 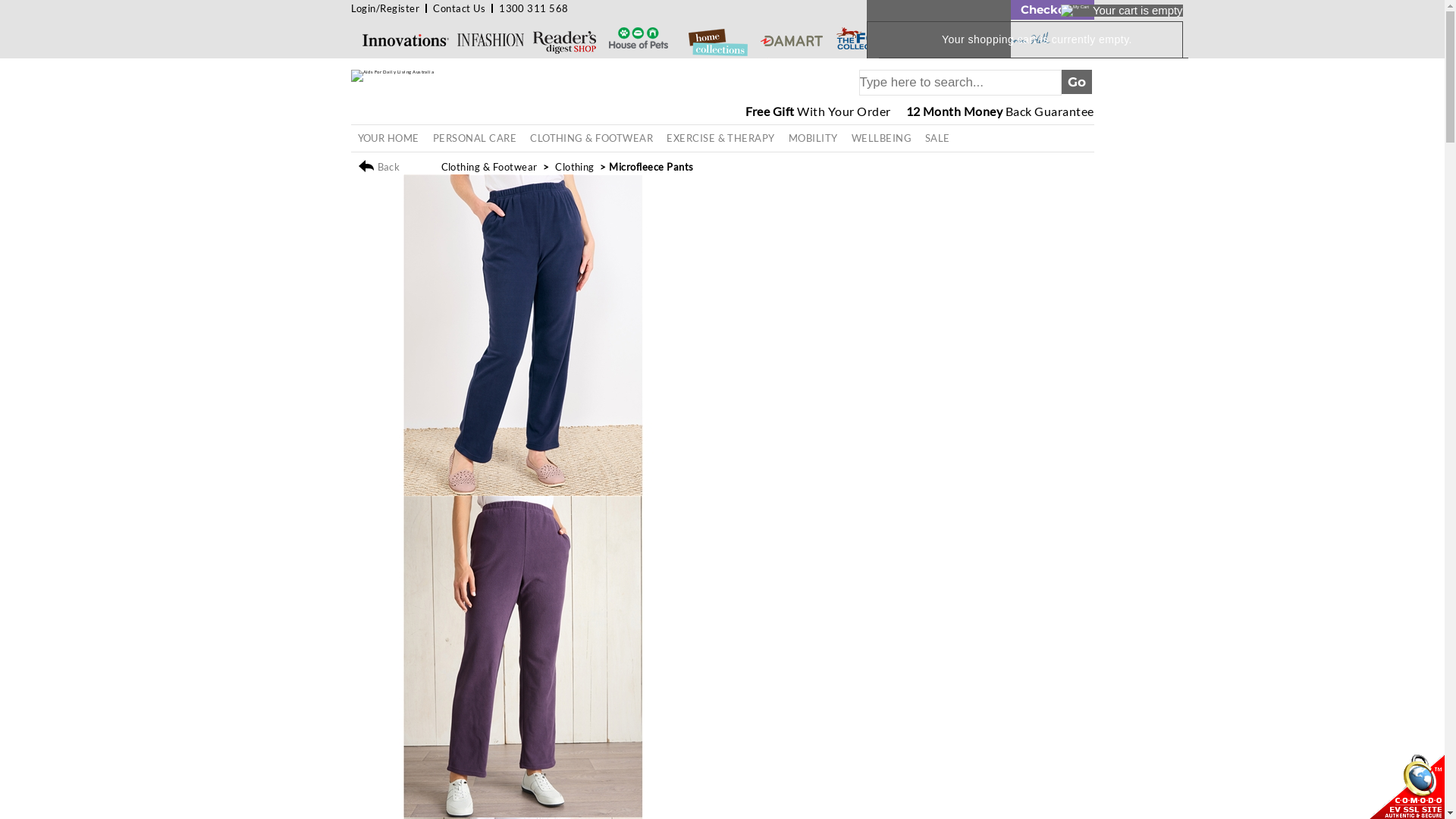 I want to click on 'Checkout >', so click(x=1051, y=9).